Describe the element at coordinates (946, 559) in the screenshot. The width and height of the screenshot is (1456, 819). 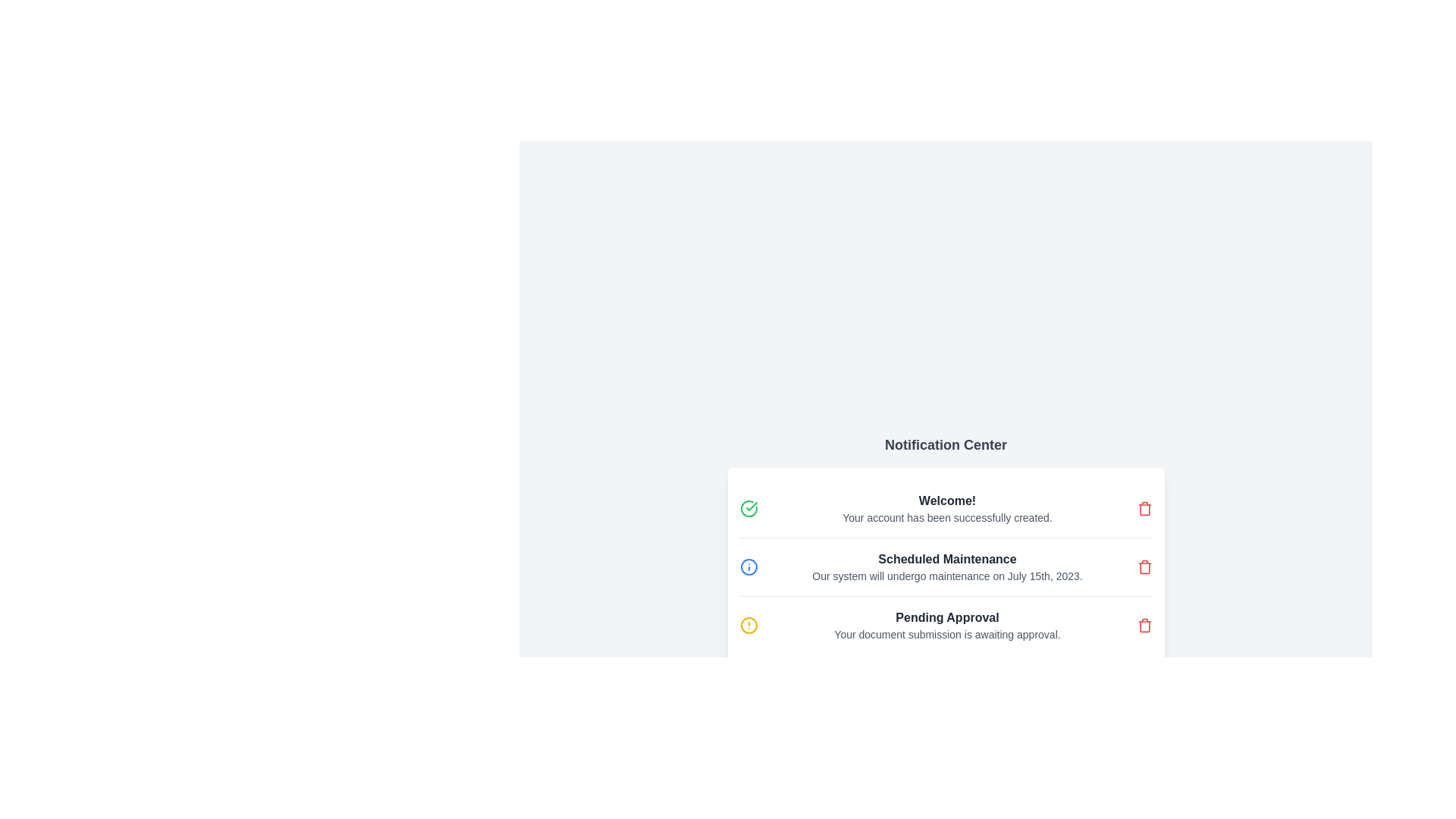
I see `the 'Scheduled Maintenance' text label, which is bold and dark gray, located within the notification card above the text 'Our system will undergo maintenance on July 15th, 2023.'` at that location.